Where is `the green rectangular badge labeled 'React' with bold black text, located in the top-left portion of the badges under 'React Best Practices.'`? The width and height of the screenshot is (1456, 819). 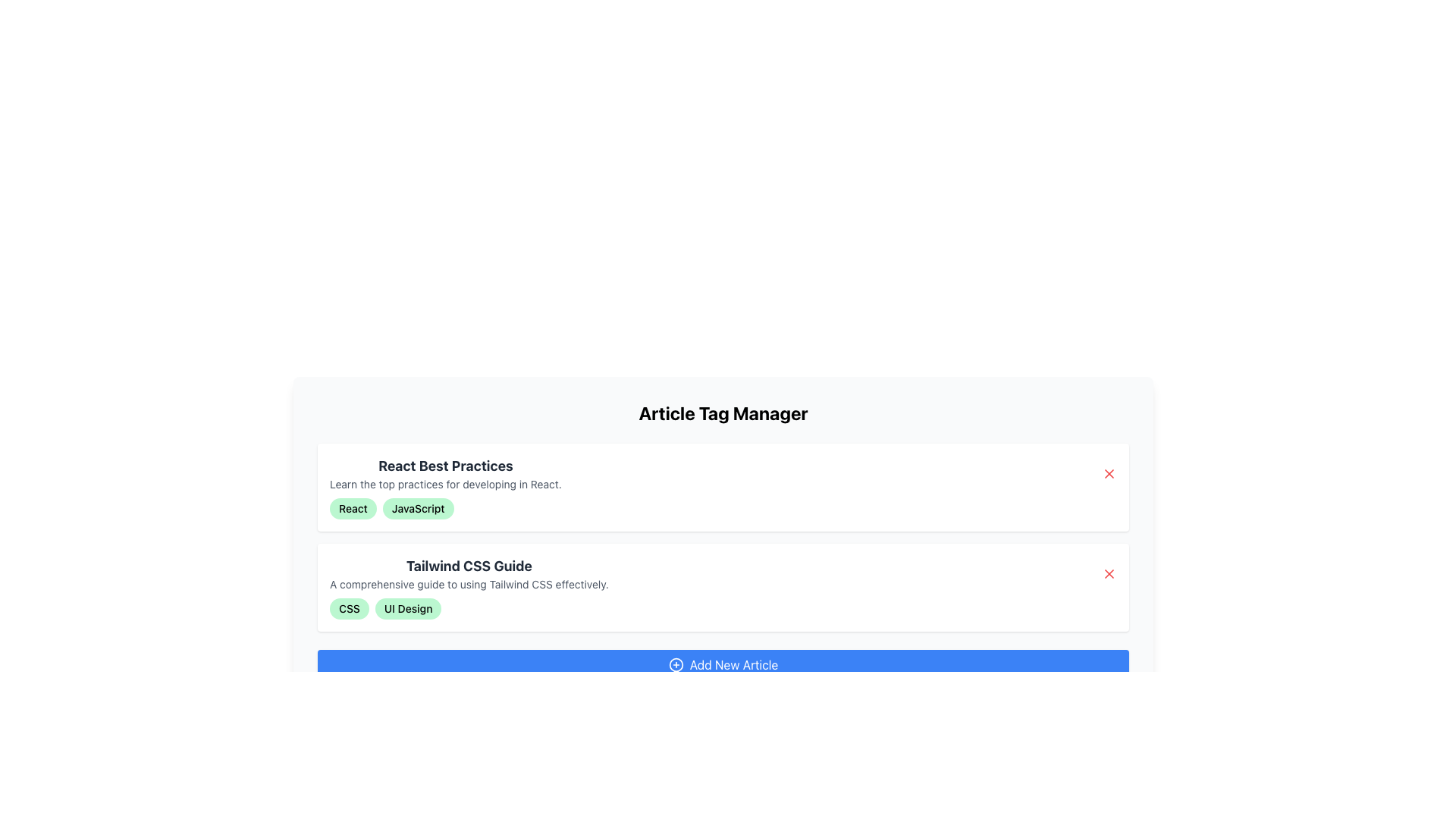
the green rectangular badge labeled 'React' with bold black text, located in the top-left portion of the badges under 'React Best Practices.' is located at coordinates (352, 509).